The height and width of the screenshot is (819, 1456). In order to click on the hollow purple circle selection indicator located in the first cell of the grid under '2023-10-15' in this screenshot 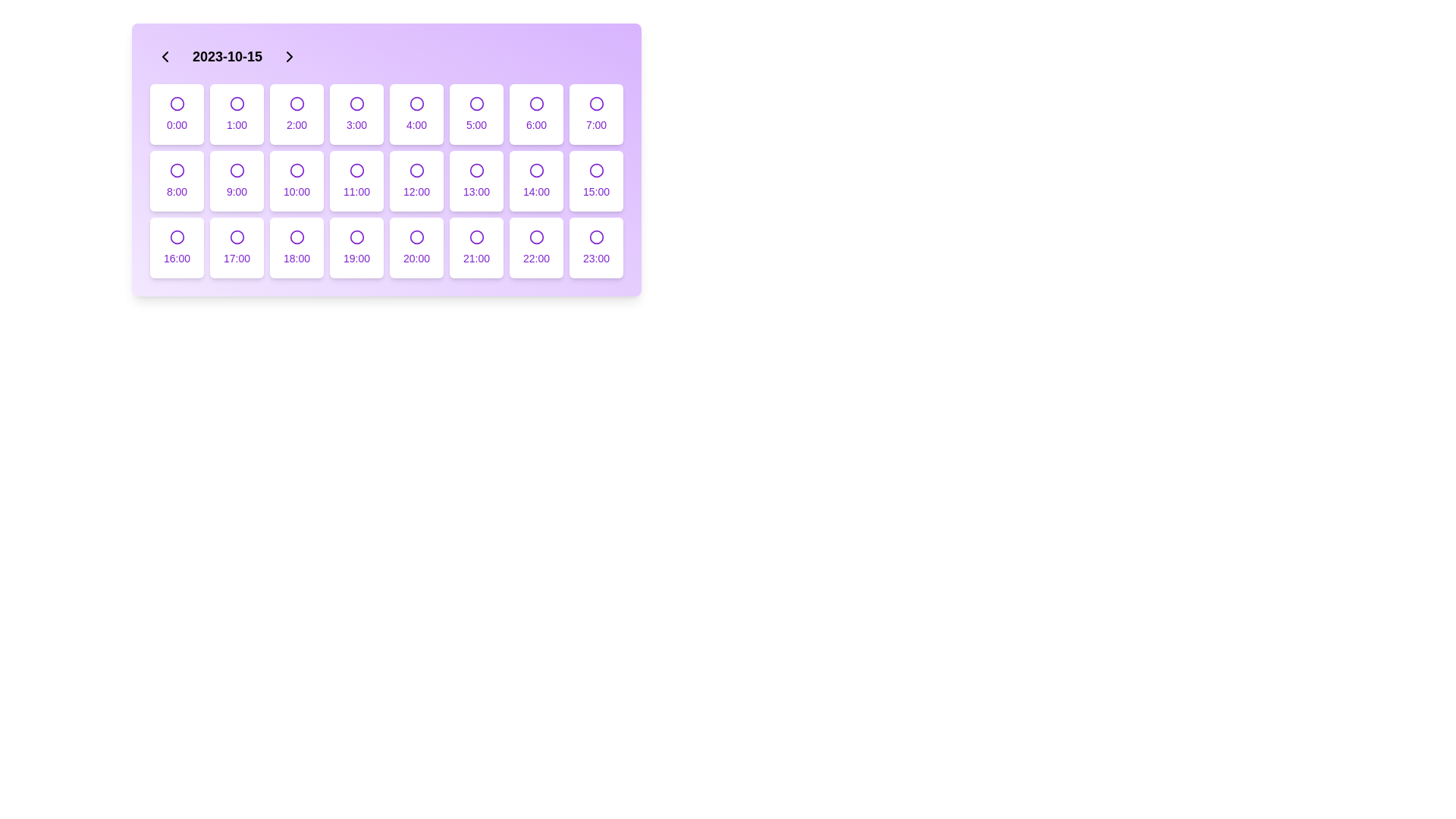, I will do `click(177, 103)`.